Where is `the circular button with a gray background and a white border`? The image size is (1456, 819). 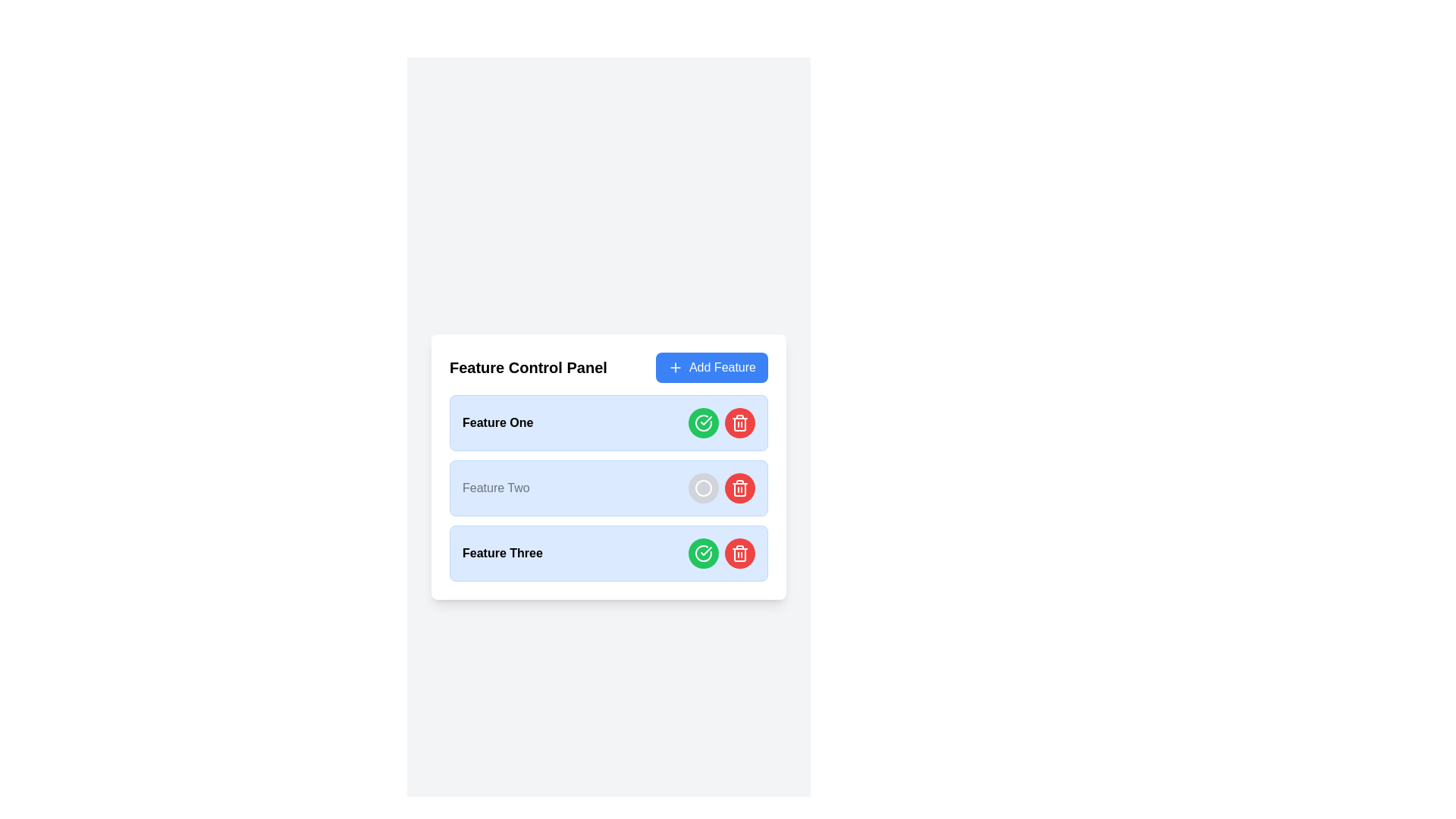
the circular button with a gray background and a white border is located at coordinates (702, 488).